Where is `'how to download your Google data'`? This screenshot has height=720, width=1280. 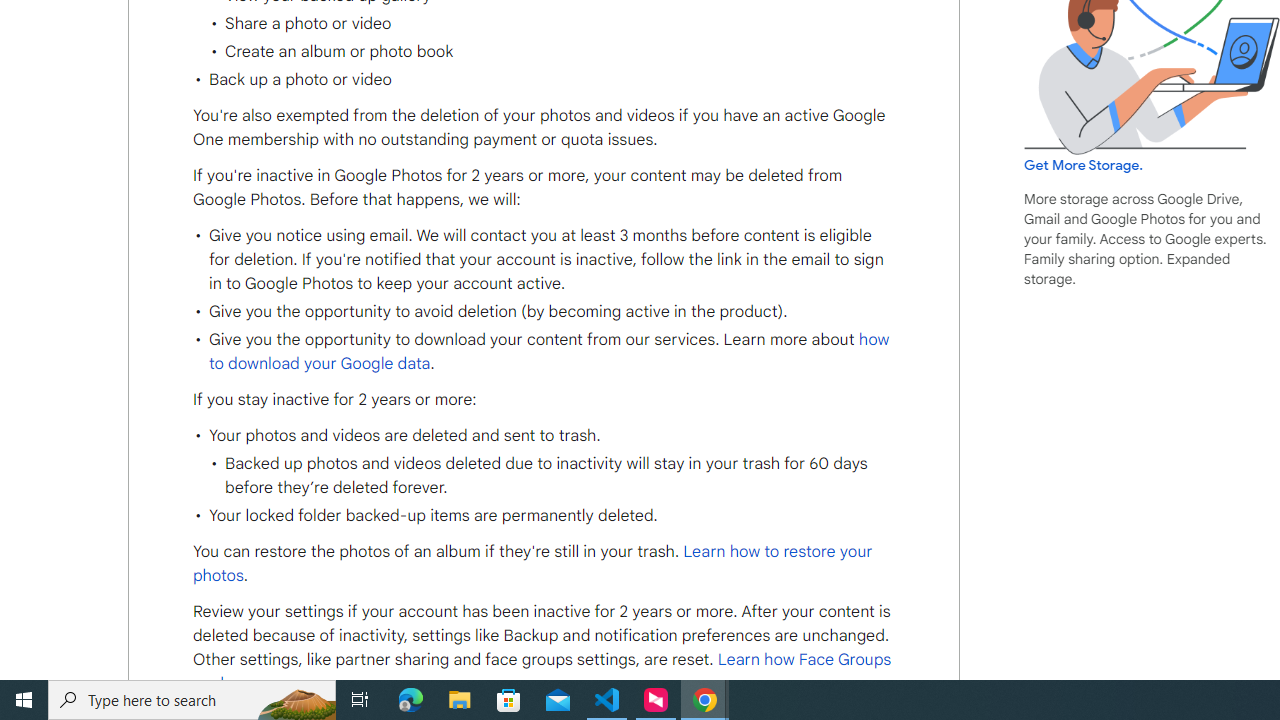
'how to download your Google data' is located at coordinates (549, 350).